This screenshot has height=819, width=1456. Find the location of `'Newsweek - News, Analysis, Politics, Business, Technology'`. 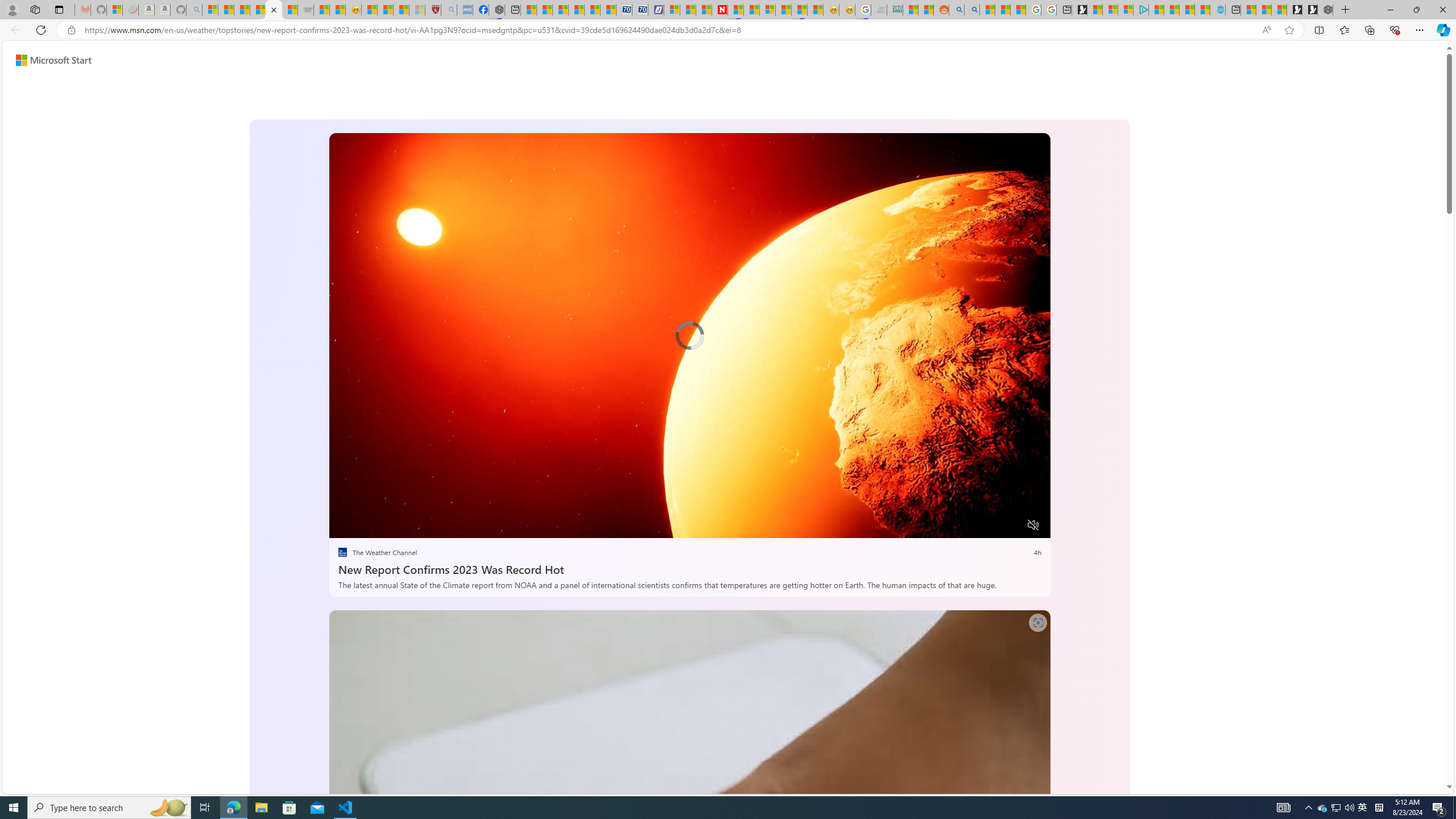

'Newsweek - News, Analysis, Politics, Business, Technology' is located at coordinates (719, 9).